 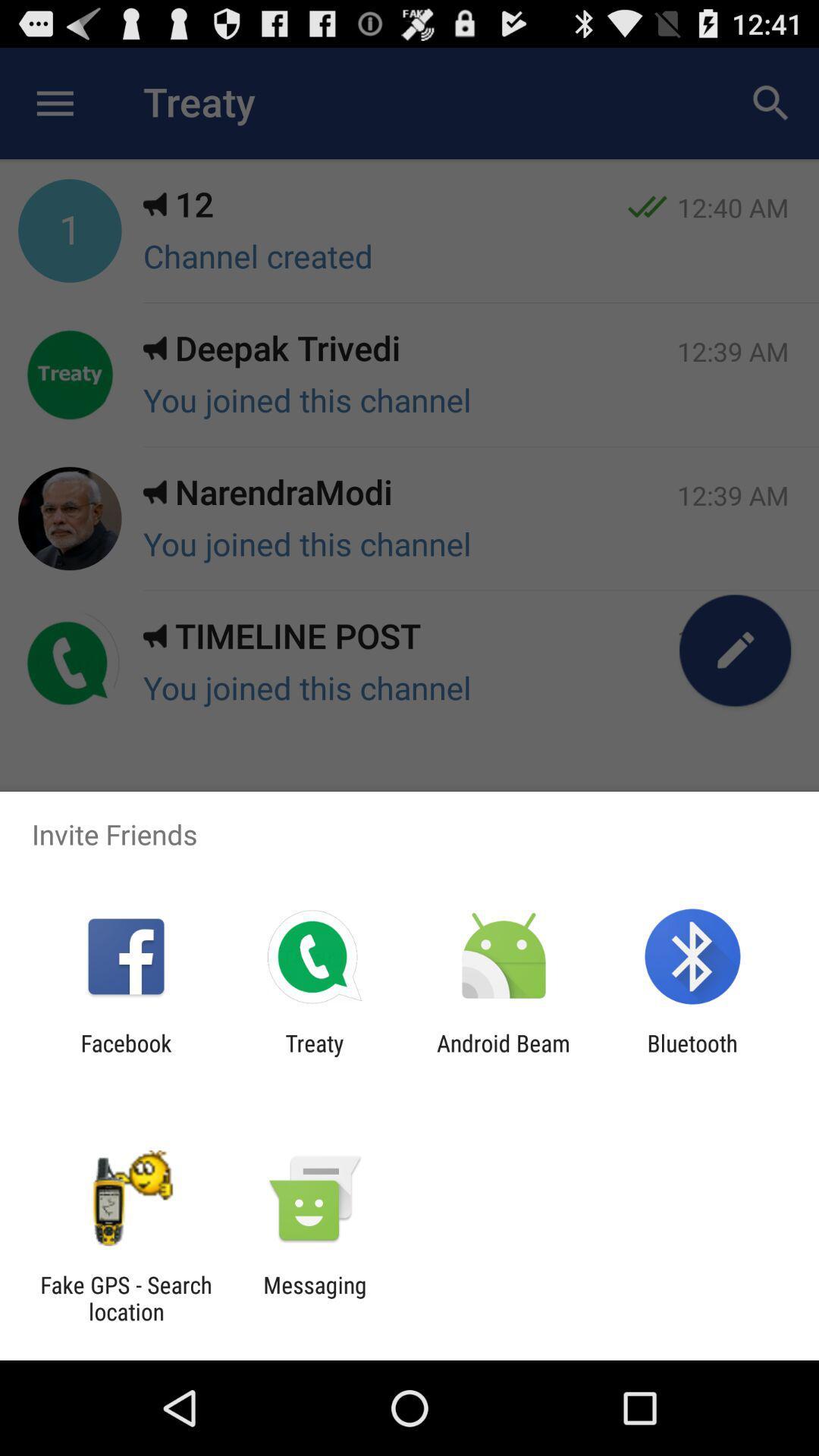 What do you see at coordinates (125, 1298) in the screenshot?
I see `fake gps search app` at bounding box center [125, 1298].